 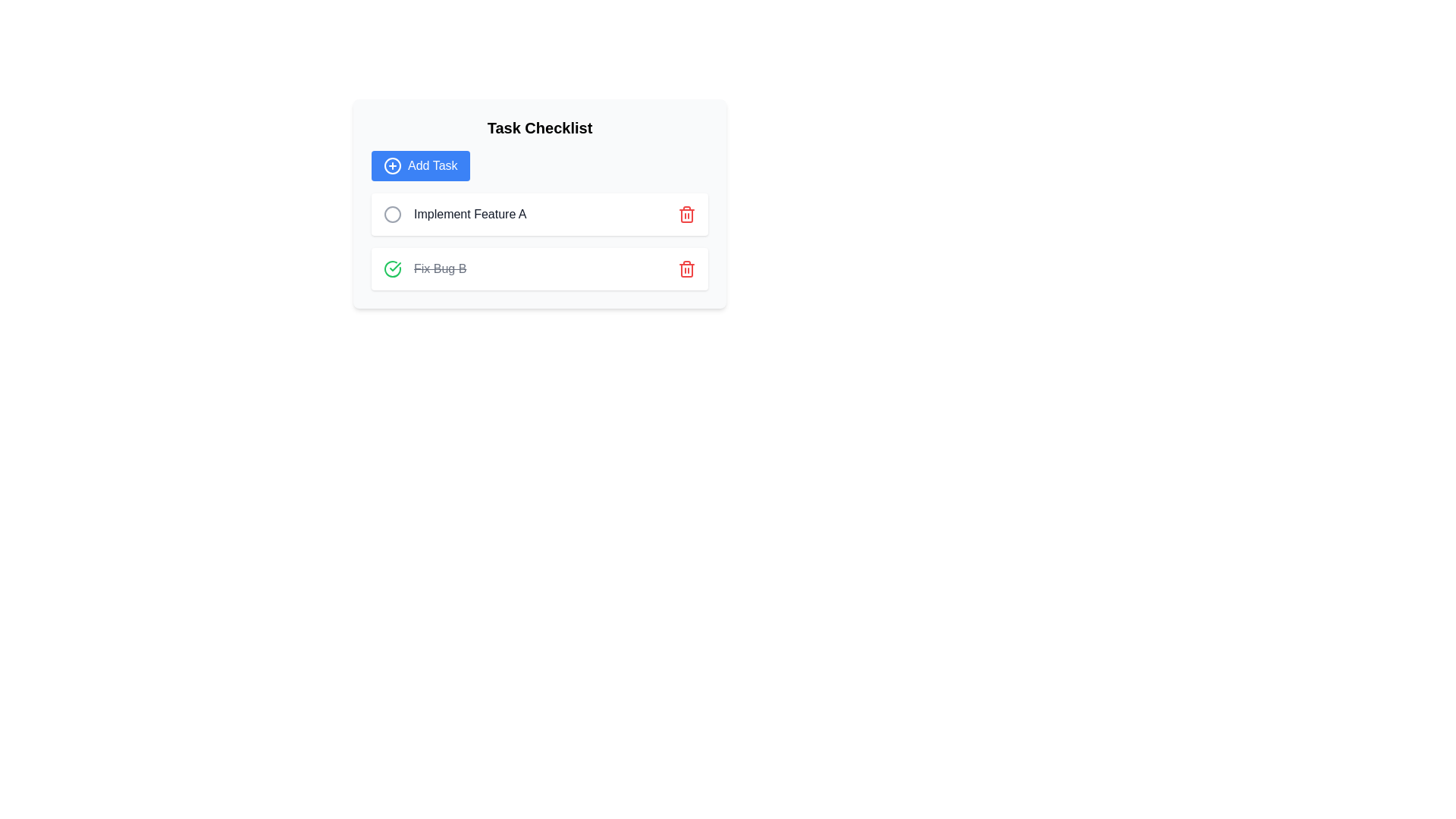 I want to click on the delete icon for the task labeled 'Fix Bug B' to initiate the removal process, so click(x=686, y=268).